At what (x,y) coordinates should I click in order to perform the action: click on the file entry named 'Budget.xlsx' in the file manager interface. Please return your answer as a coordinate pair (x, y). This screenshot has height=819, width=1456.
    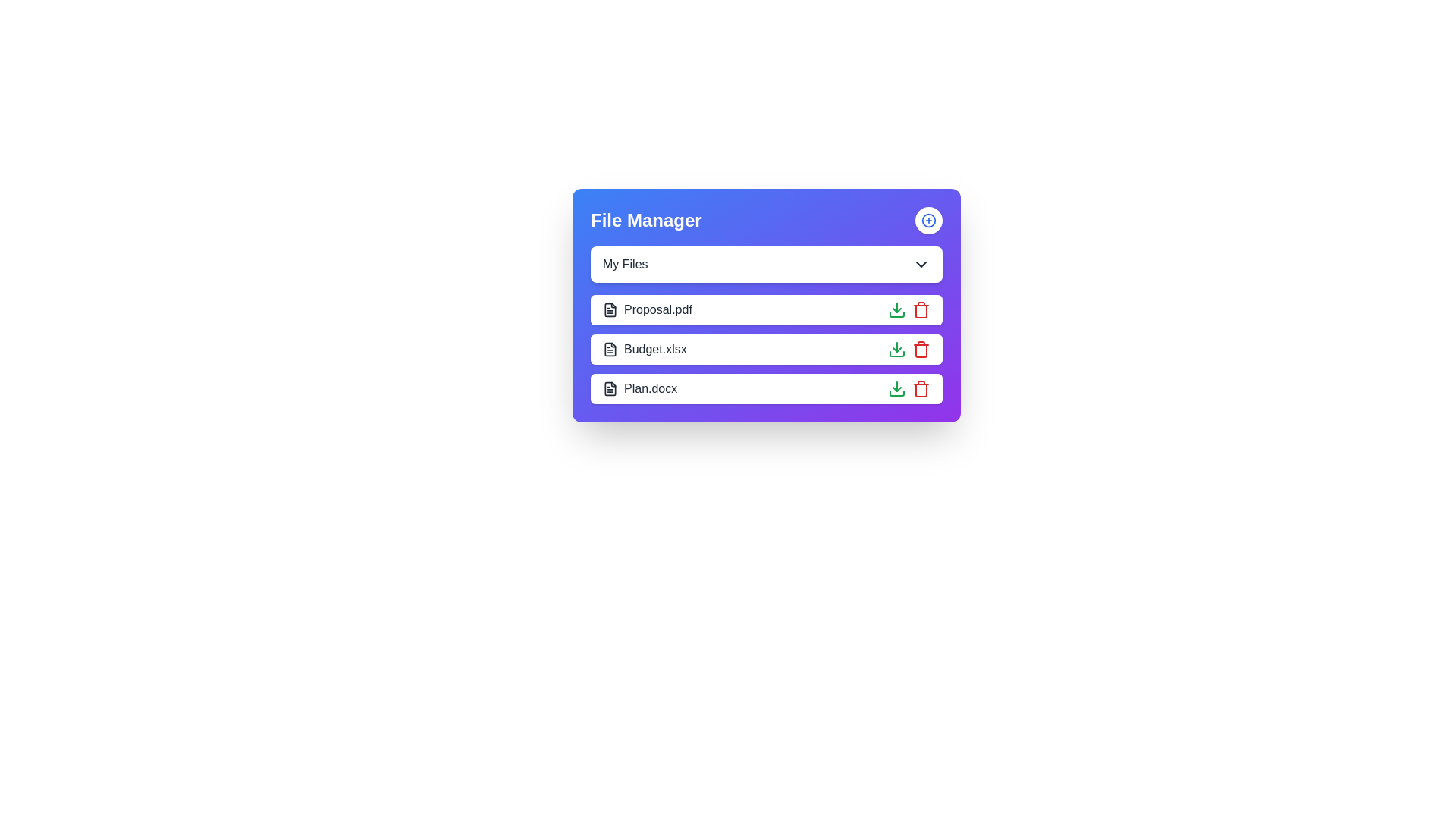
    Looking at the image, I should click on (767, 350).